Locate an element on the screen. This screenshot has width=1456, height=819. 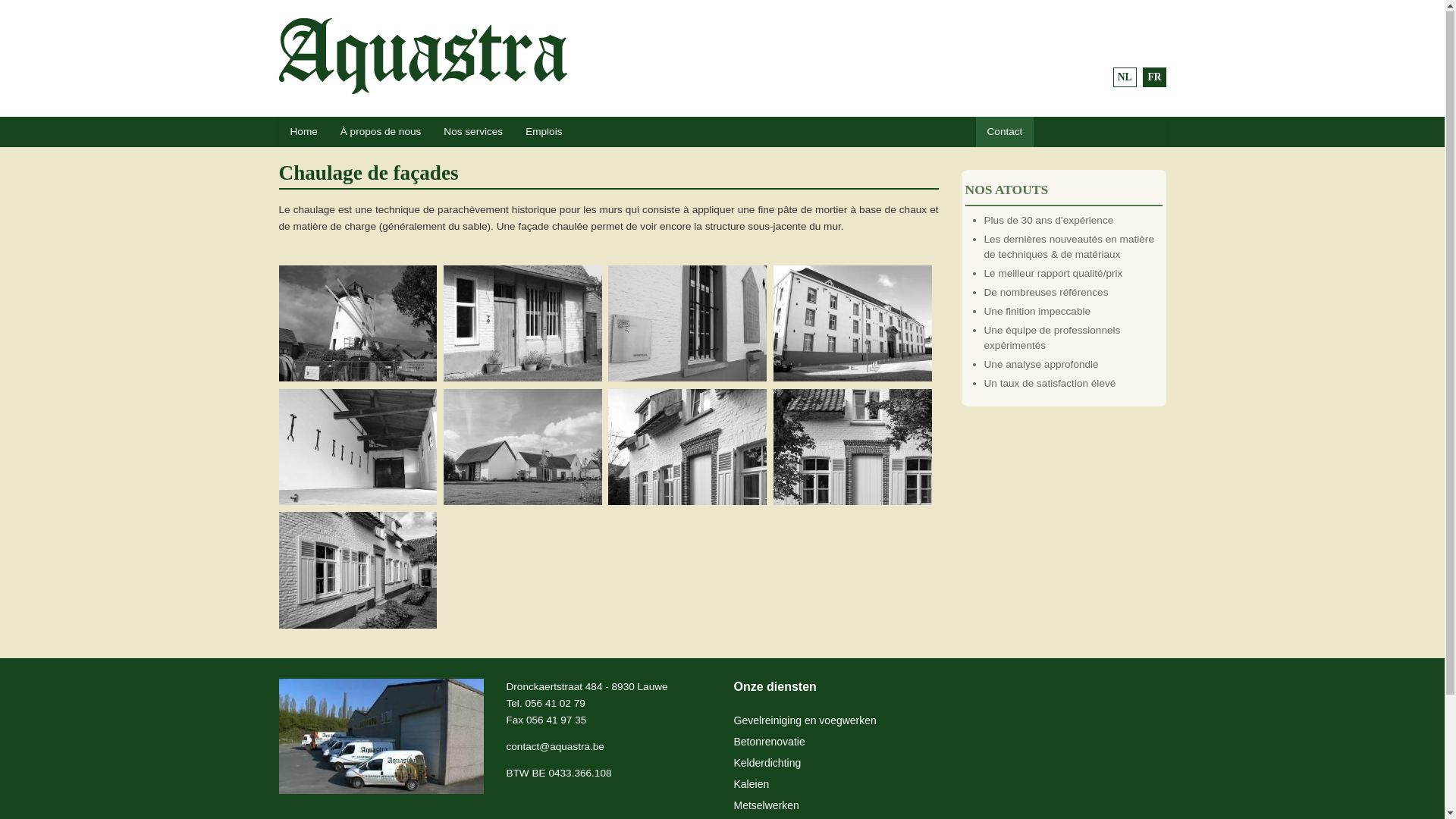
'Gevelreiniging en voegwerken' is located at coordinates (734, 720).